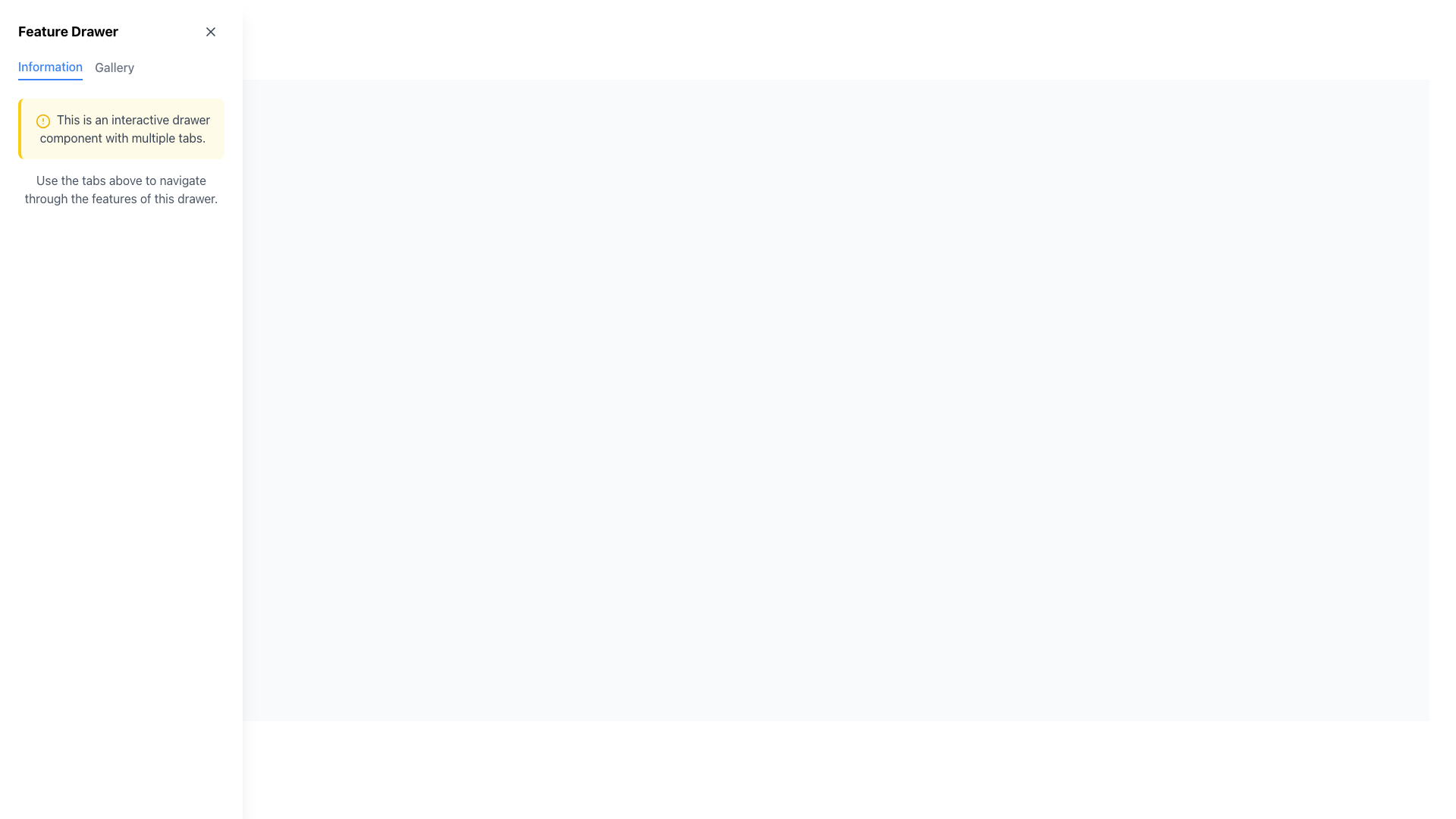  What do you see at coordinates (210, 32) in the screenshot?
I see `the small cross-shaped icon styled as an outlined 'X' located in the top-right corner of the 'Feature Drawer'` at bounding box center [210, 32].